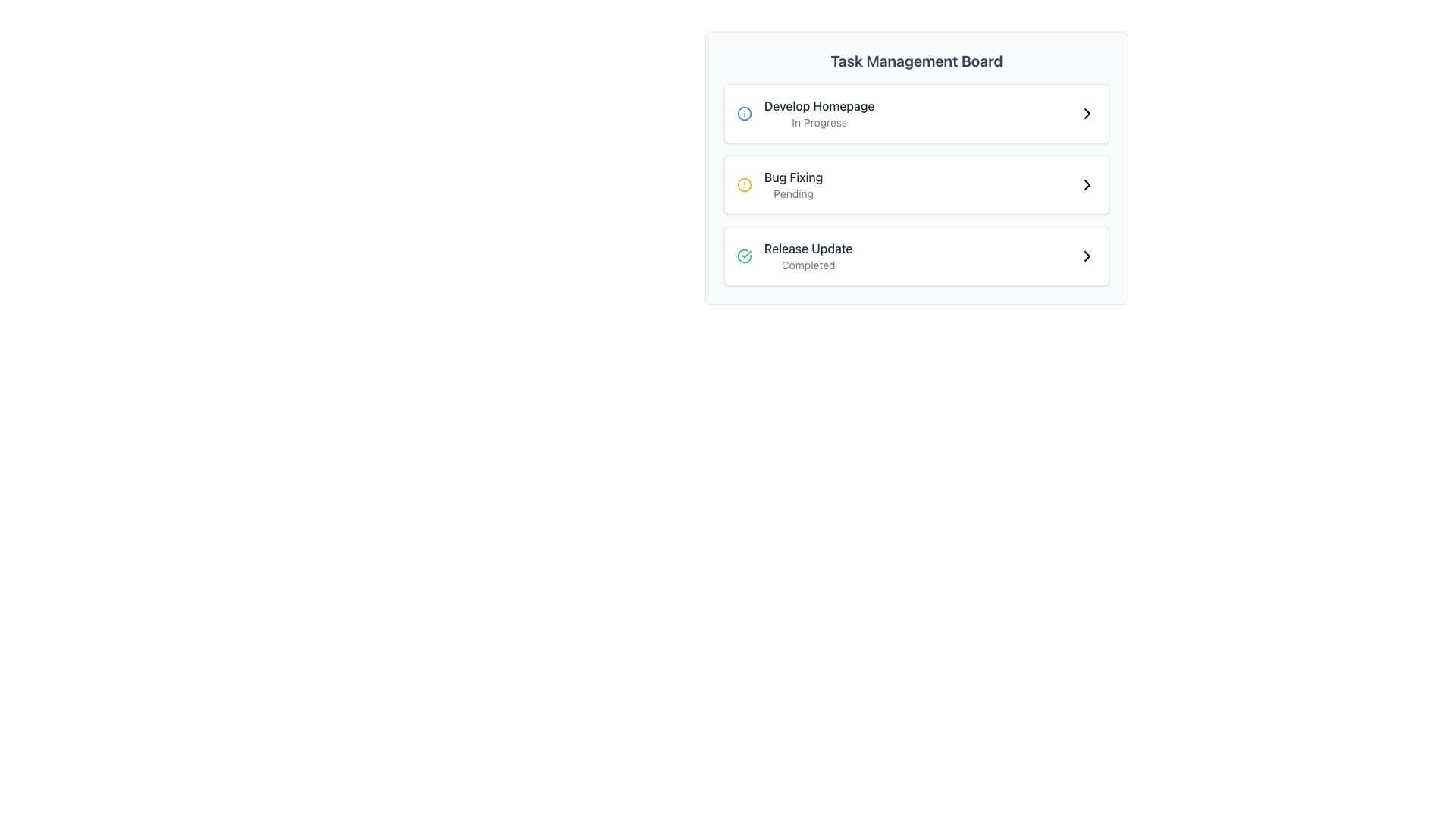 This screenshot has height=819, width=1456. I want to click on the Chevron icon used as a navigation button located to the far right of the 'Bug Fixing - Pending' task entry in the Task Management Board, so click(1087, 184).